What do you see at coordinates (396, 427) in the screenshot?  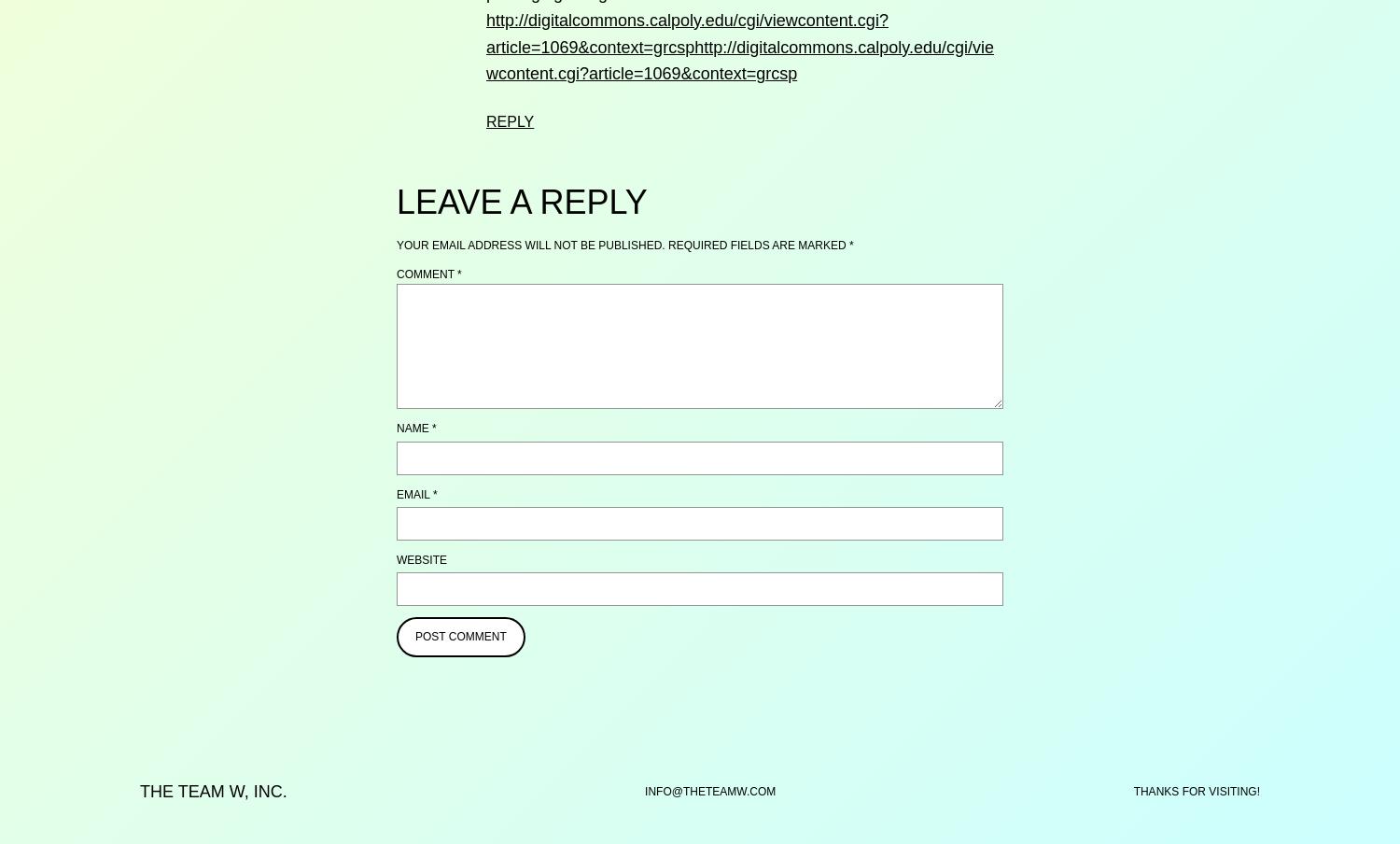 I see `'Name'` at bounding box center [396, 427].